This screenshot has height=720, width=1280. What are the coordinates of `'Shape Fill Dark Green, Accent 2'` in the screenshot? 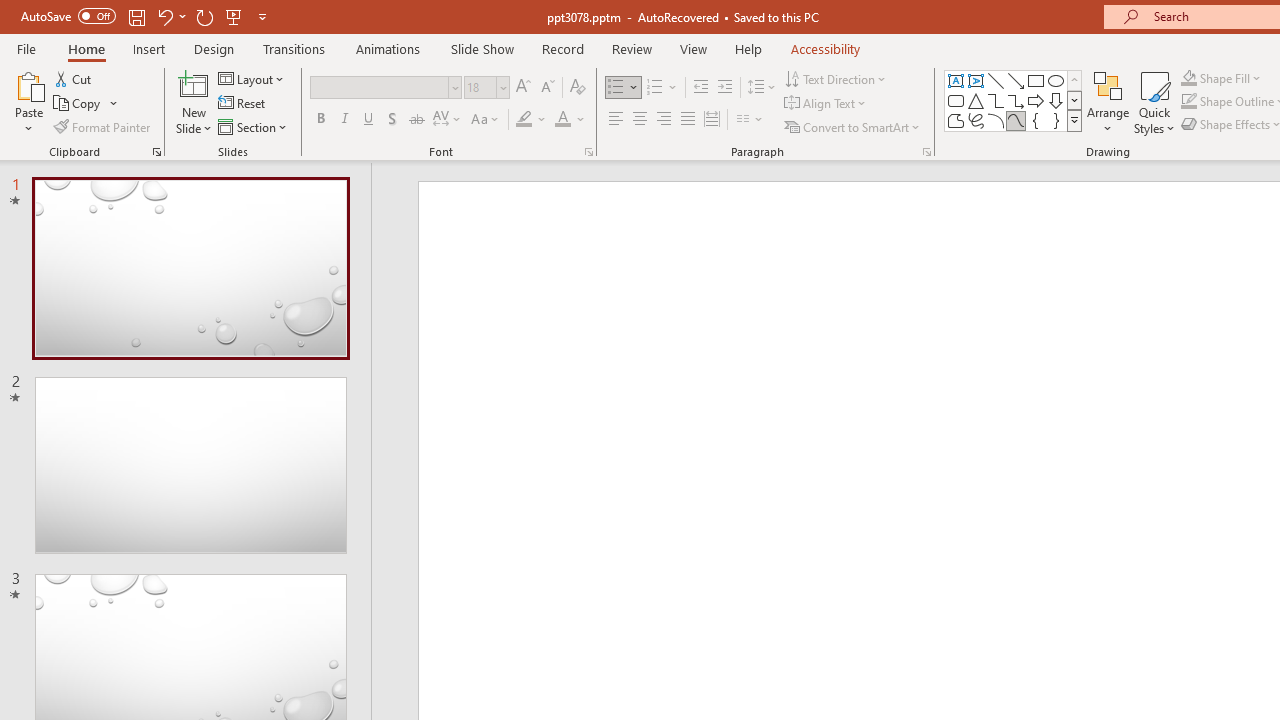 It's located at (1189, 77).